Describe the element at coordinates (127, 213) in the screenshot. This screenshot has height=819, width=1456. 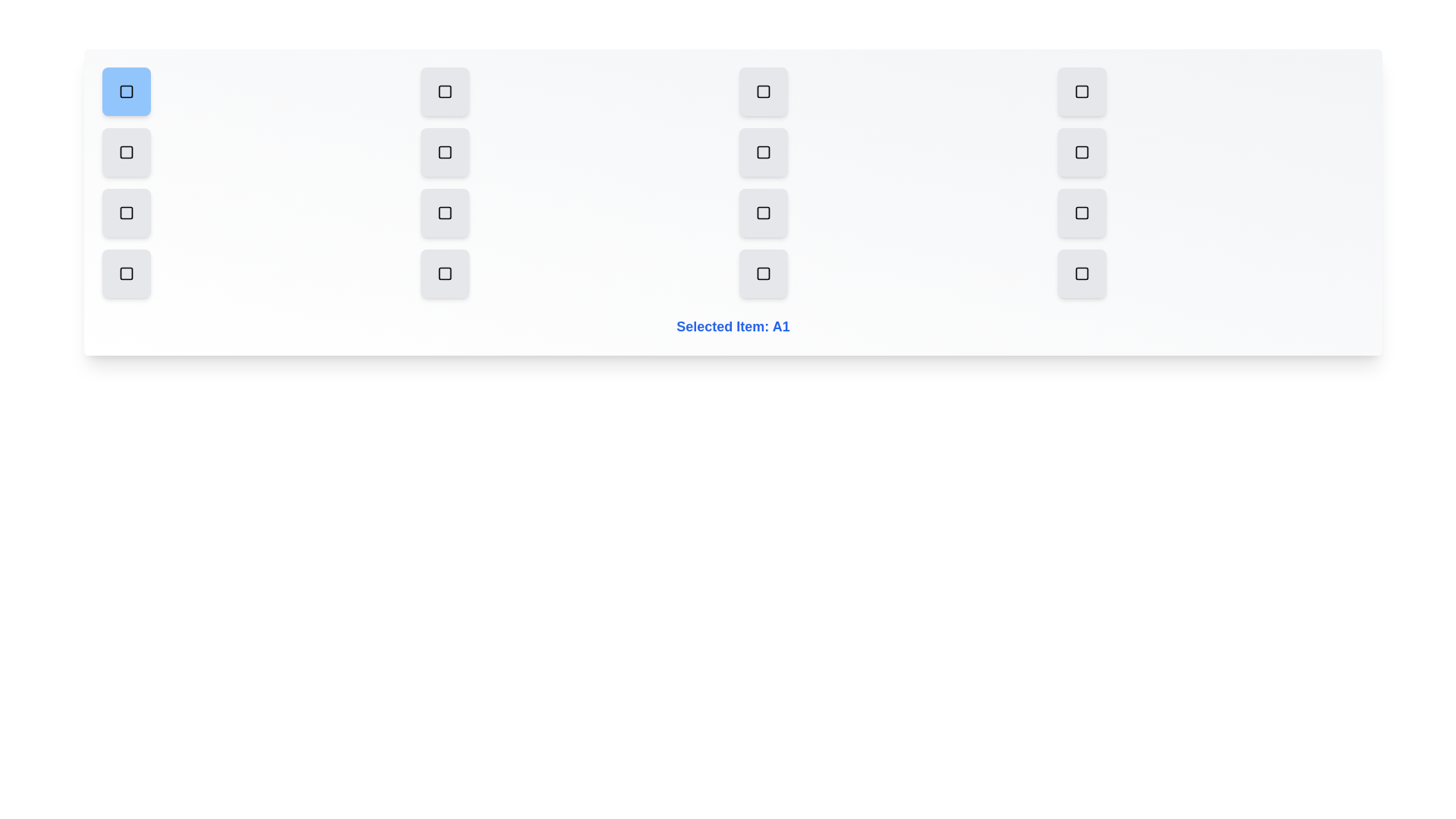
I see `the grid item C1 to select it` at that location.